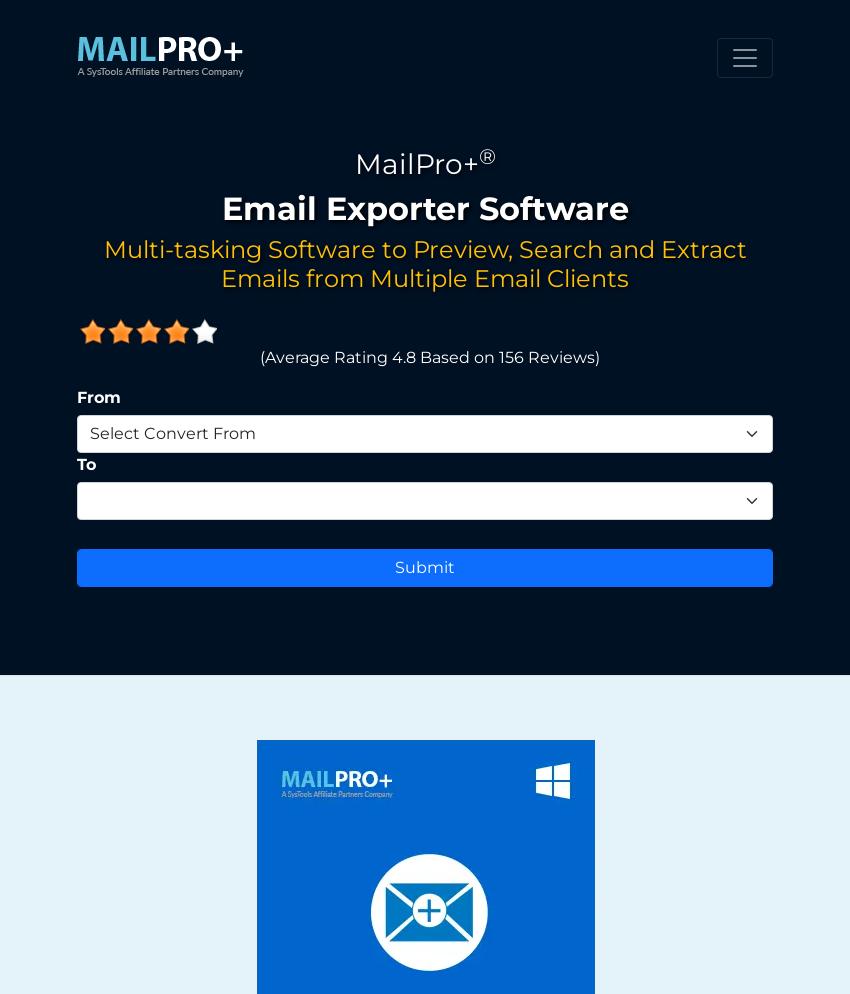 This screenshot has width=850, height=994. I want to click on 'Browse File From Local Storage & Click Add', so click(302, 123).